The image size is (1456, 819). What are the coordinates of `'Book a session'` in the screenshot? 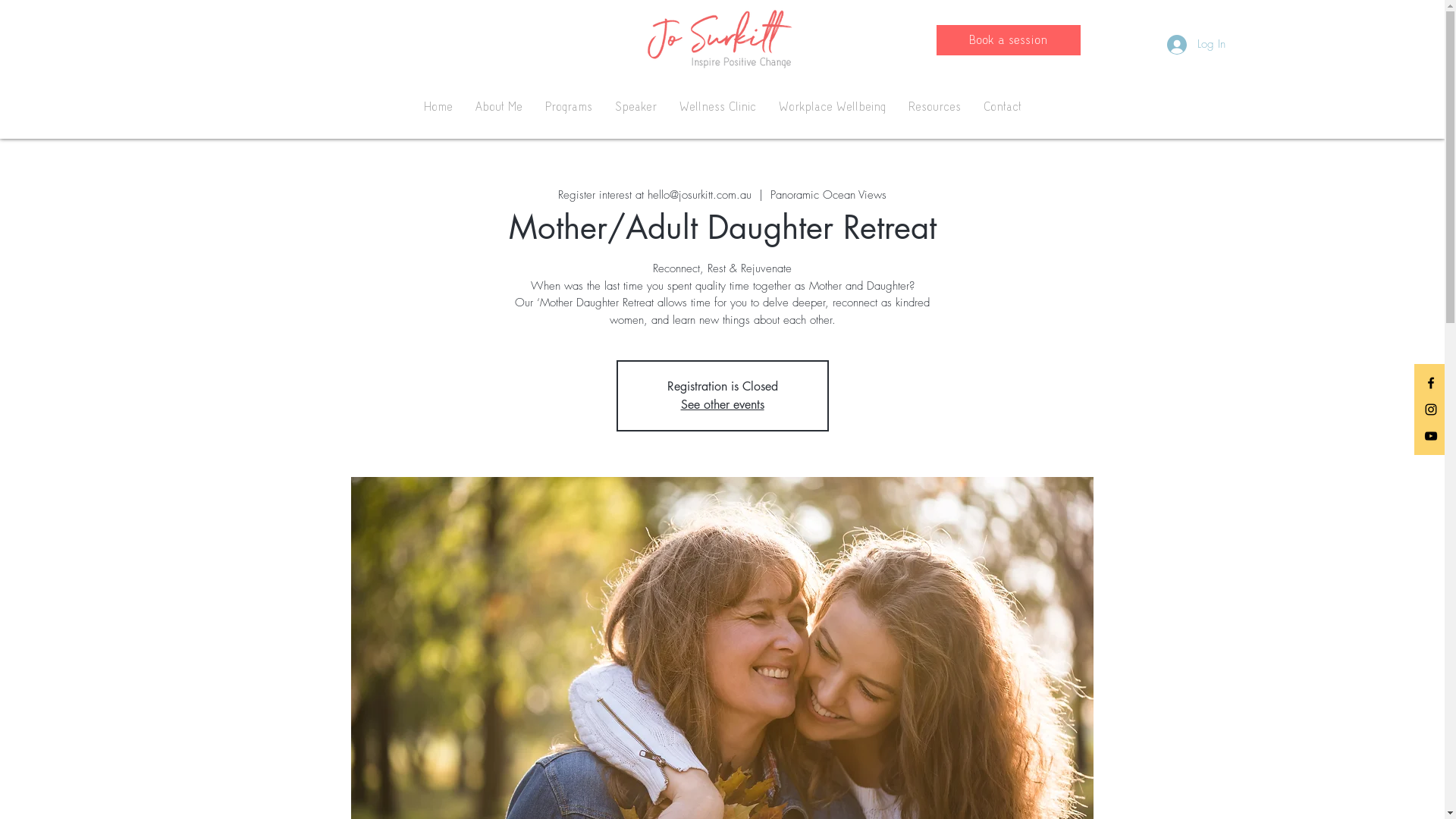 It's located at (934, 39).